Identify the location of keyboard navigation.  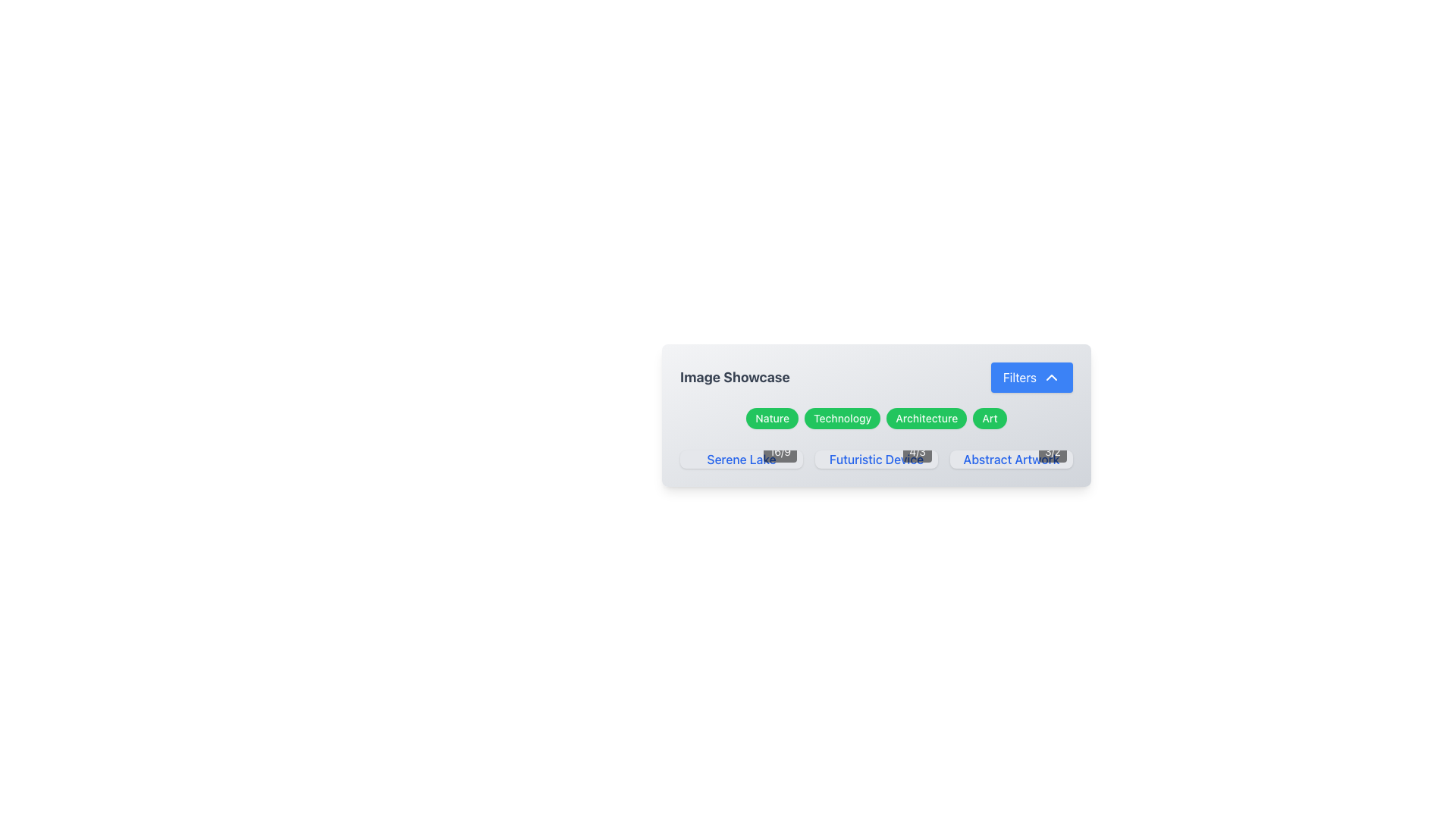
(742, 458).